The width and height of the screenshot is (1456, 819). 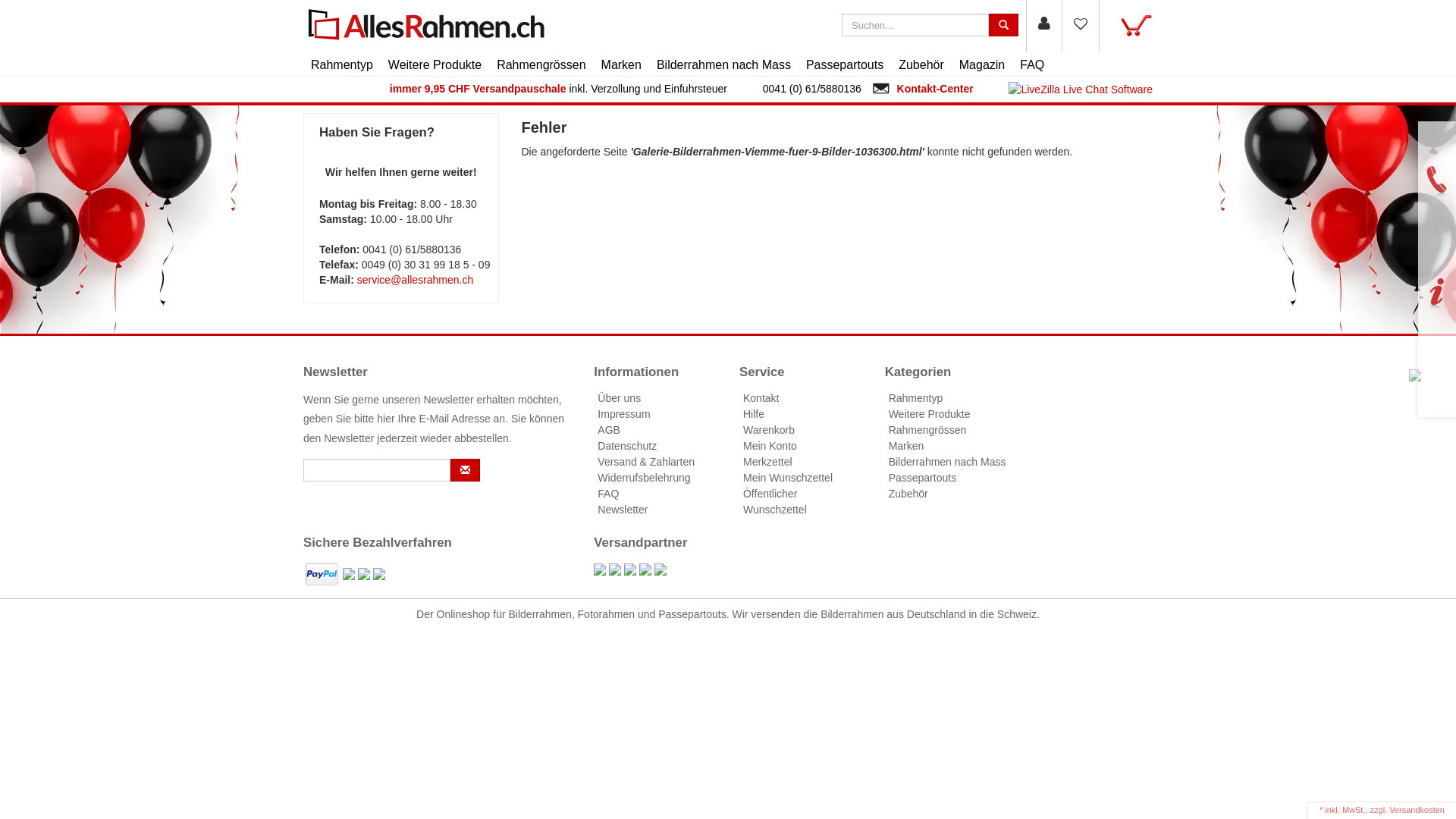 I want to click on 'Bilderrahmen nach Mass', so click(x=723, y=64).